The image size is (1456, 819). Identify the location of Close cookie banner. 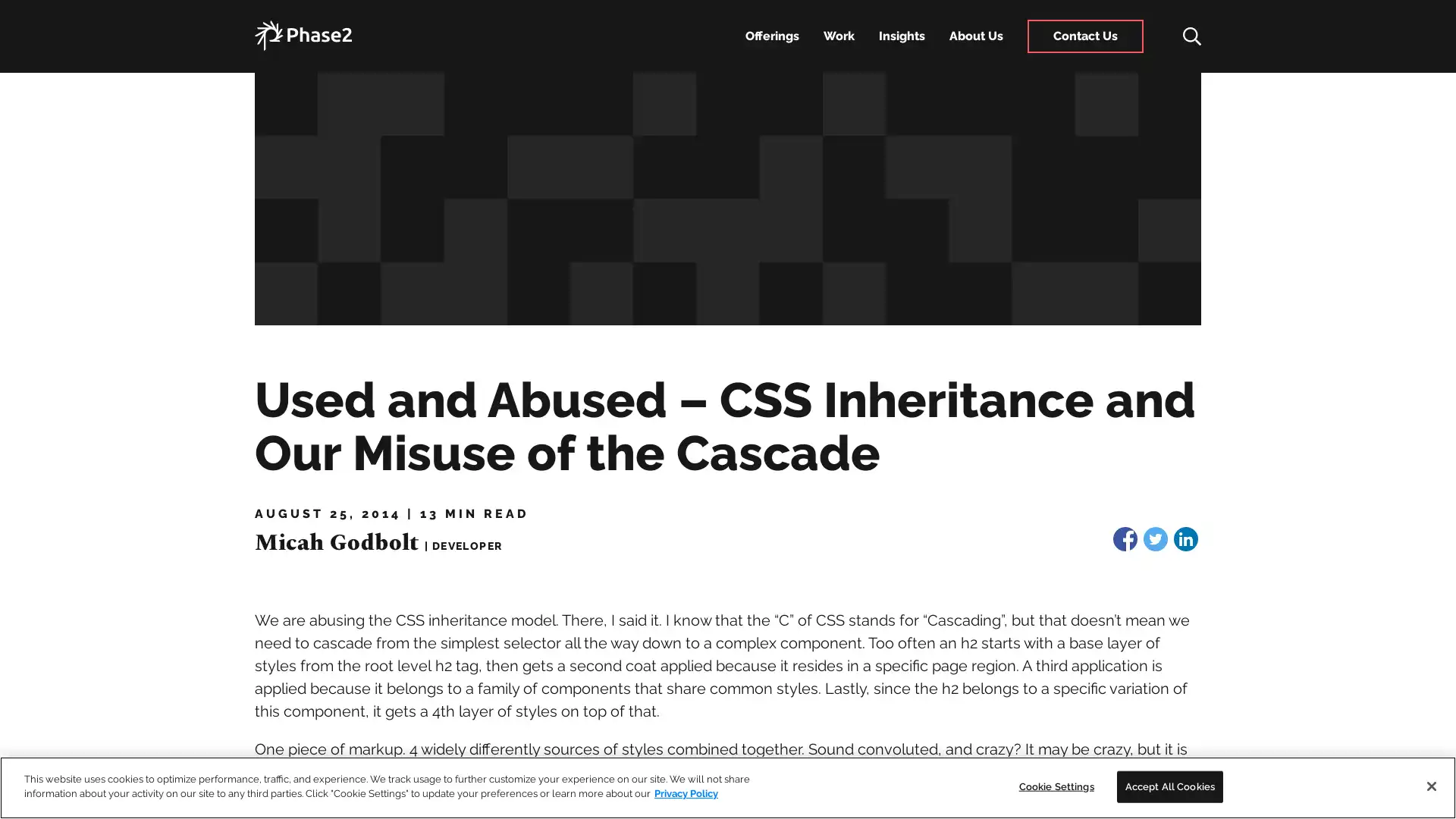
(1430, 785).